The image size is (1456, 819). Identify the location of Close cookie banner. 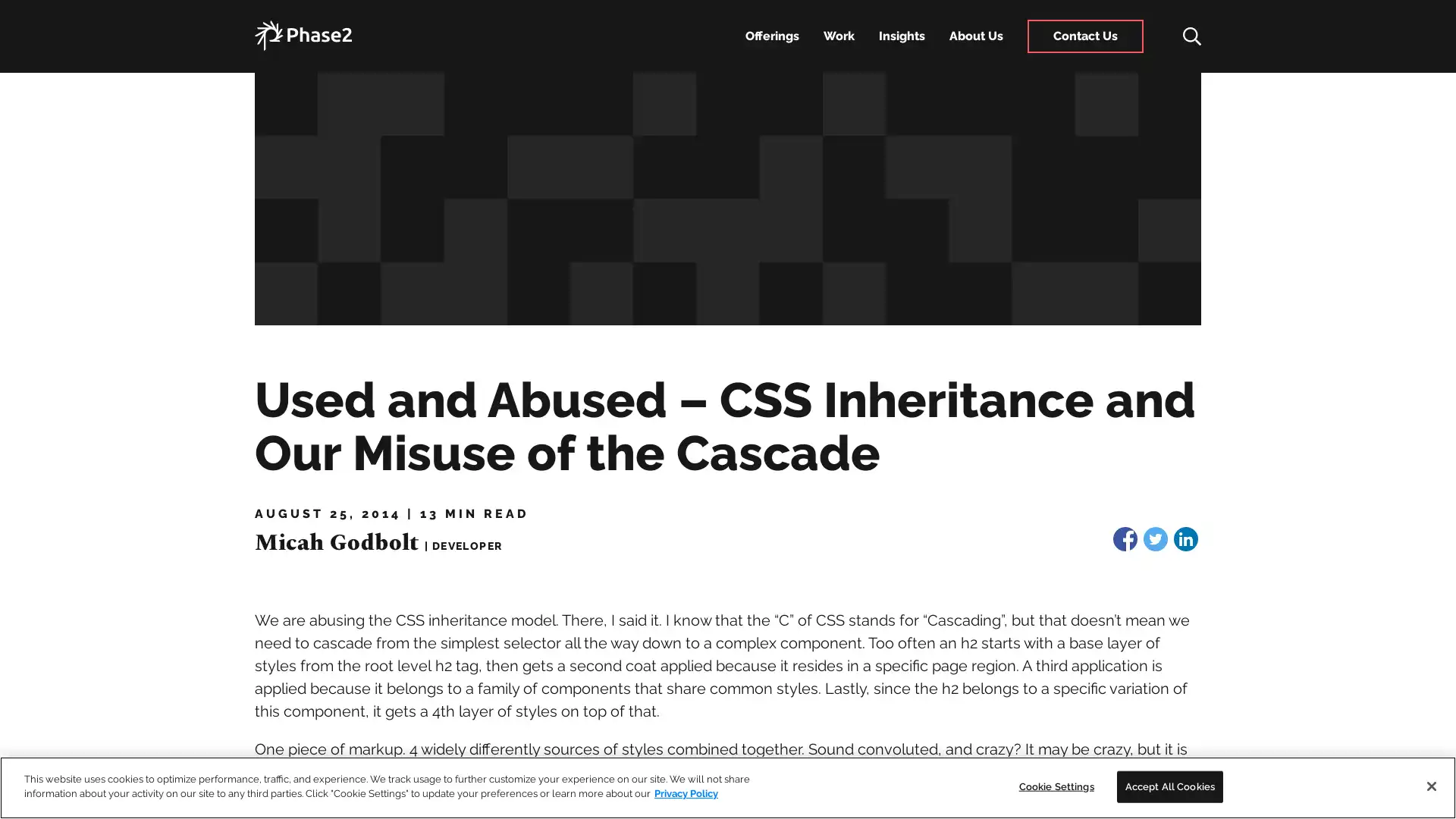
(1430, 785).